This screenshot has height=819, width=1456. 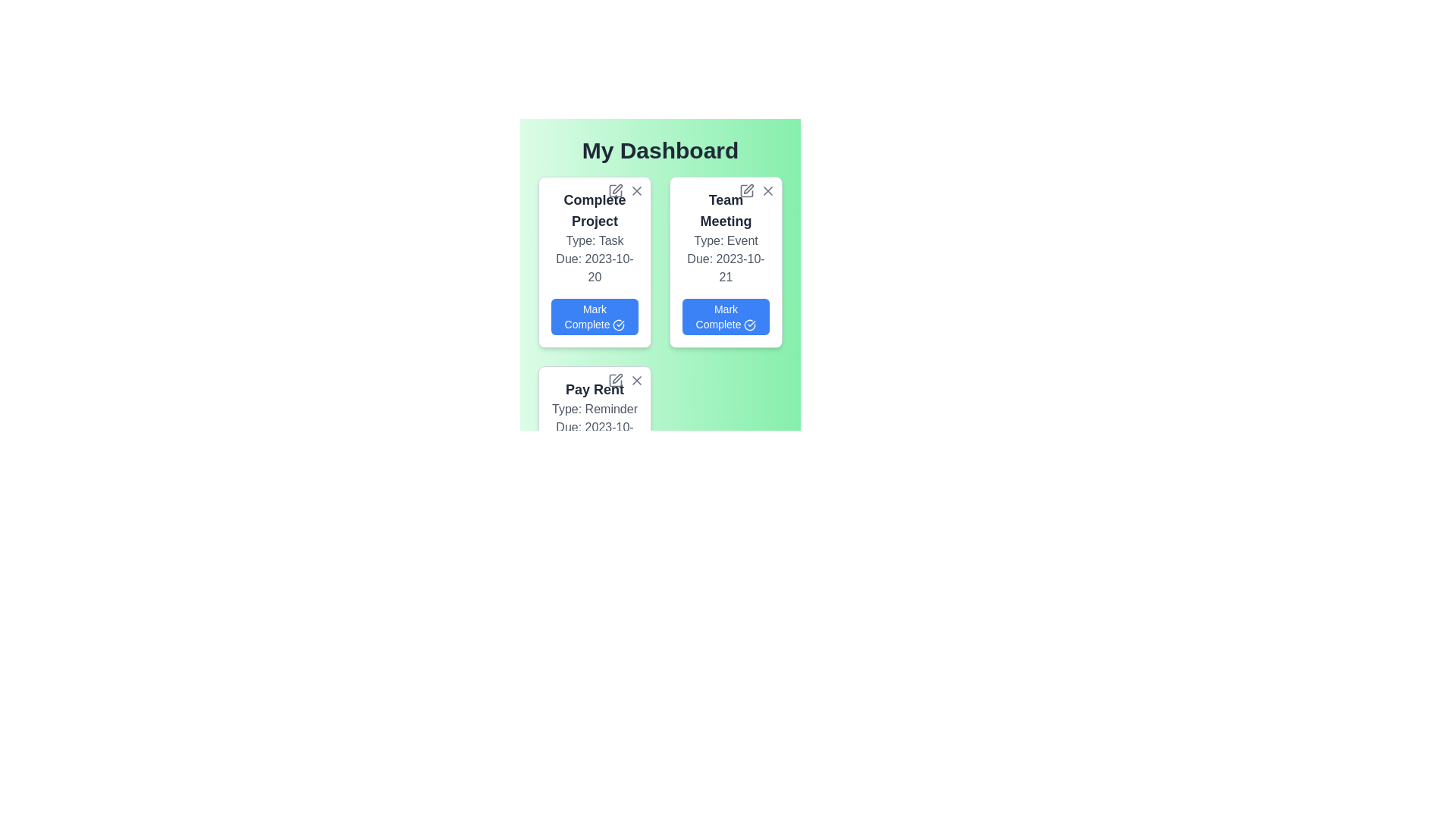 What do you see at coordinates (619, 325) in the screenshot?
I see `the circular checkmark icon inside the 'Mark Complete' button located at the bottom-right corner of the button in the 'Complete Project' task card` at bounding box center [619, 325].